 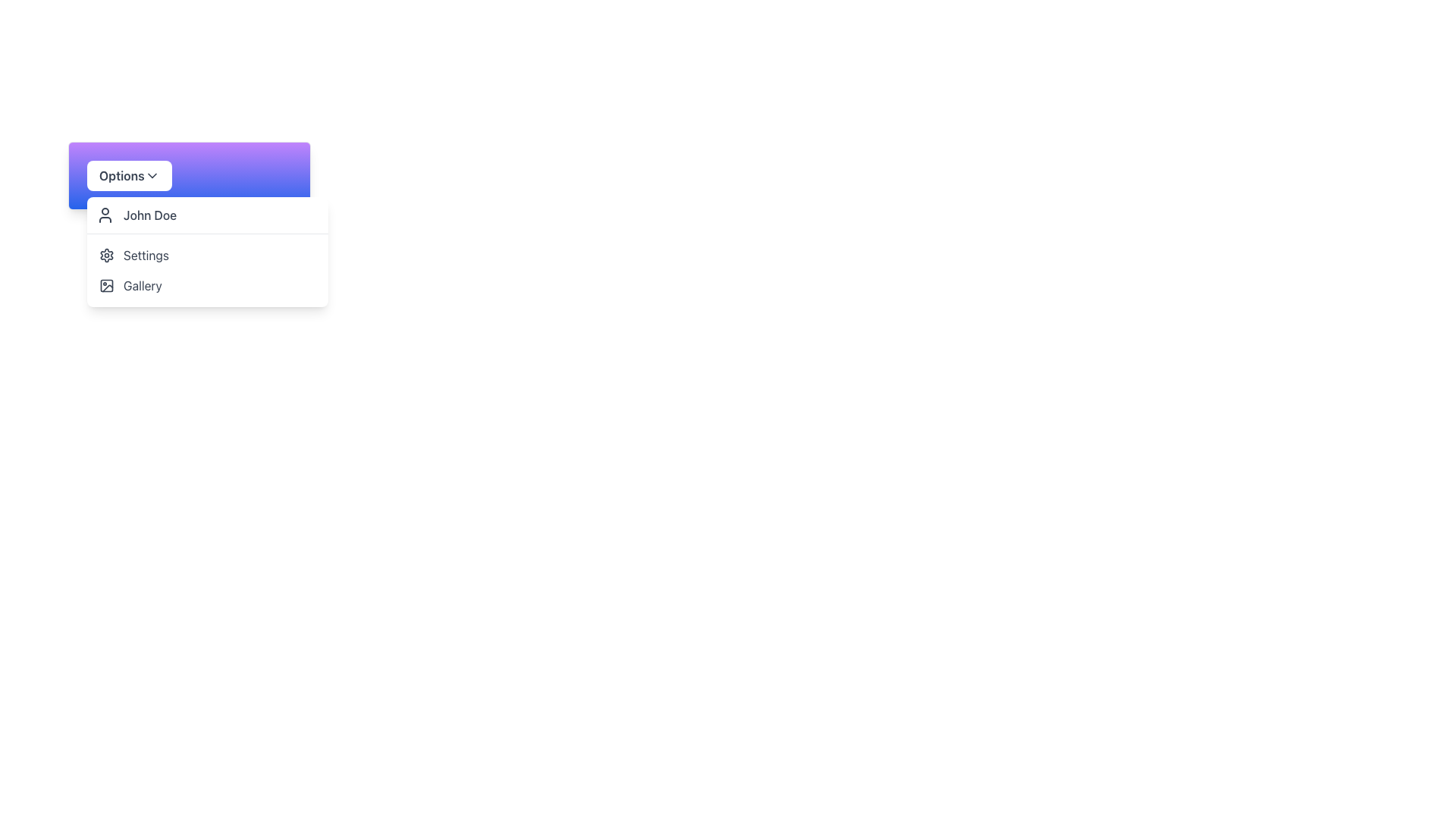 What do you see at coordinates (152, 174) in the screenshot?
I see `the downward-facing chevron icon positioned to the right of the 'Options' text to interact with the dropdown menu` at bounding box center [152, 174].